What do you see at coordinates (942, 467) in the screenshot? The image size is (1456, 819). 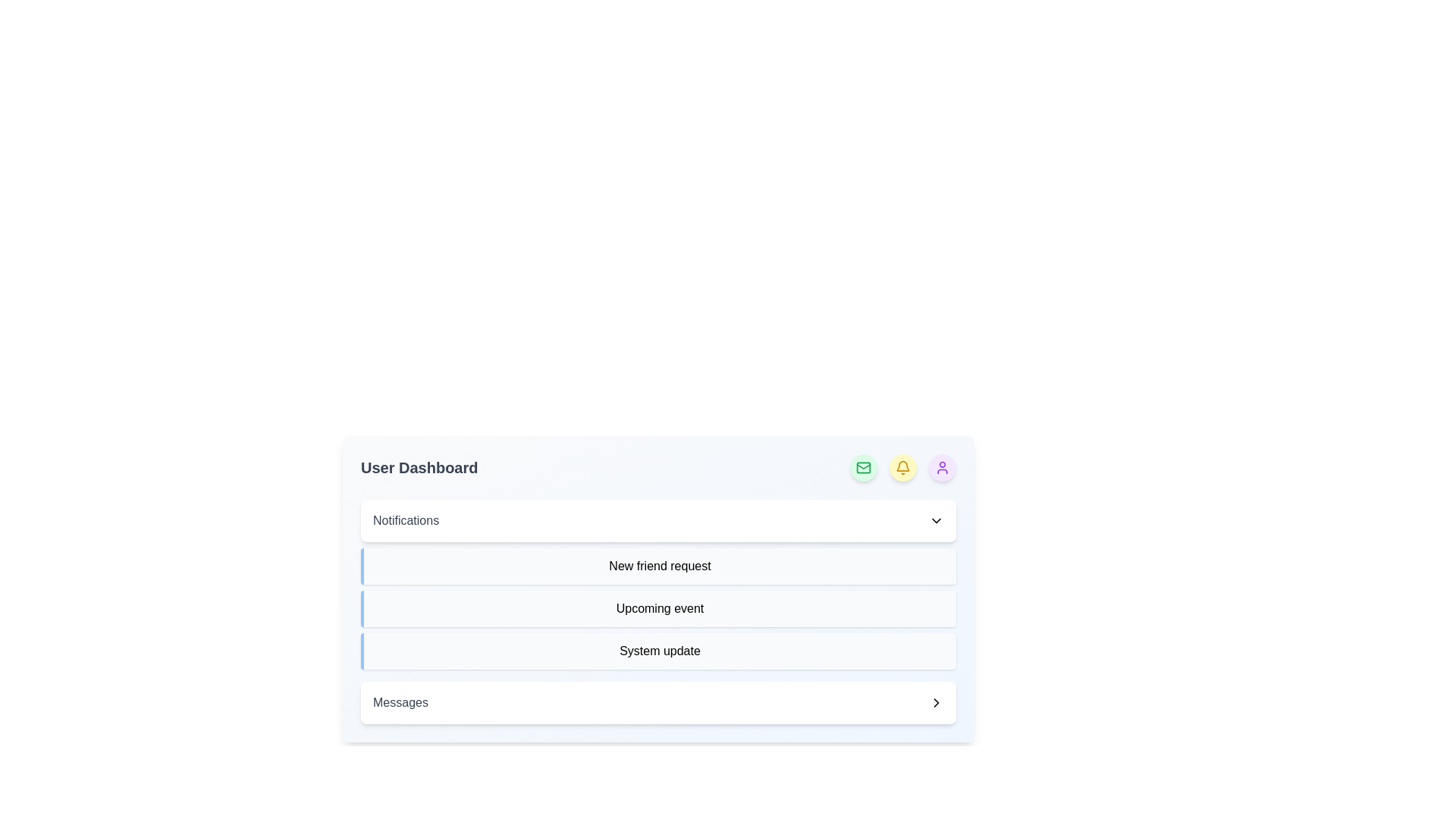 I see `the user profile button located in the top right corner of the user dashboard, which is the fourth icon from the left` at bounding box center [942, 467].